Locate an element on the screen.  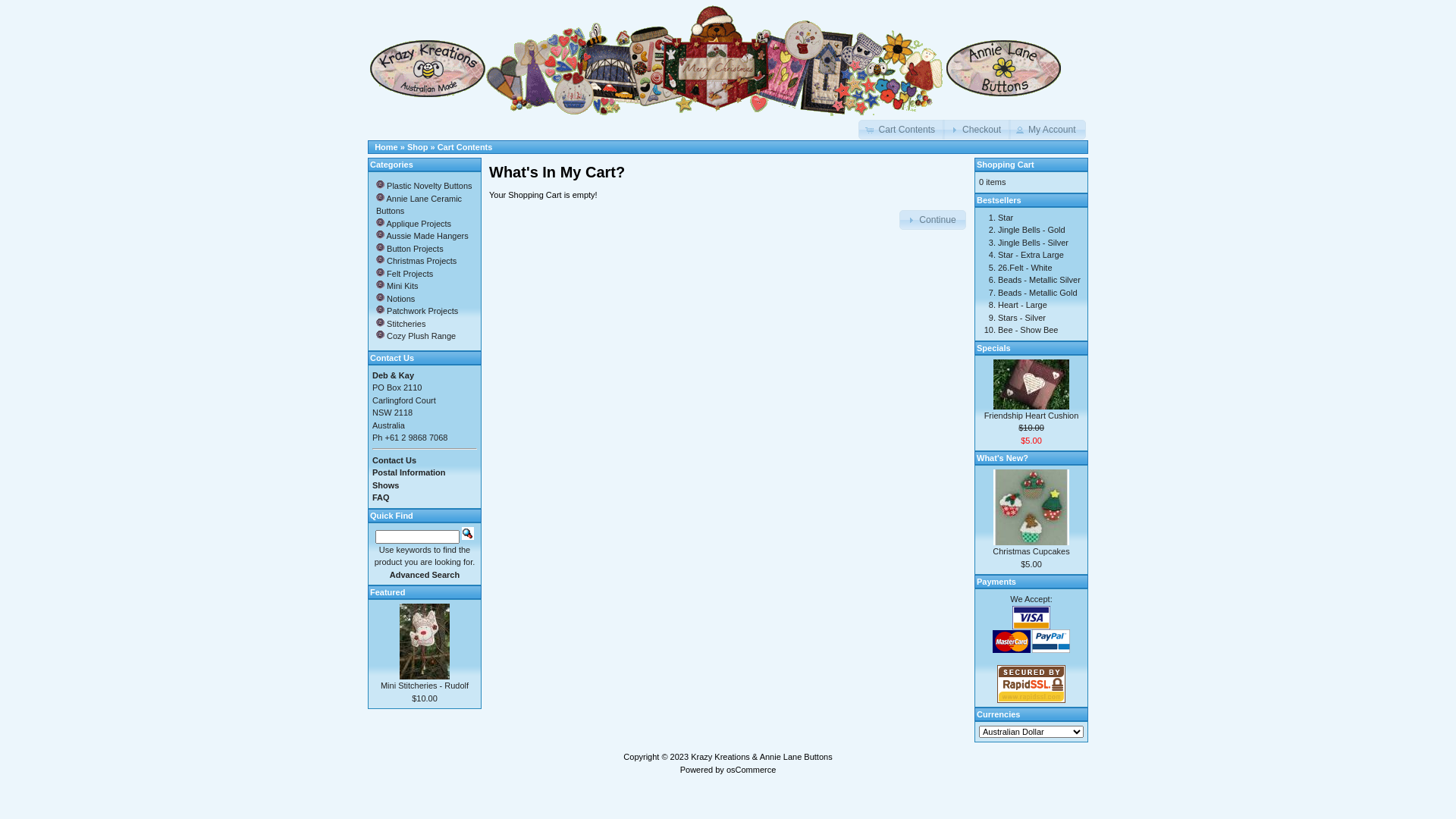
' Aussie Made Hangers' is located at coordinates (422, 236).